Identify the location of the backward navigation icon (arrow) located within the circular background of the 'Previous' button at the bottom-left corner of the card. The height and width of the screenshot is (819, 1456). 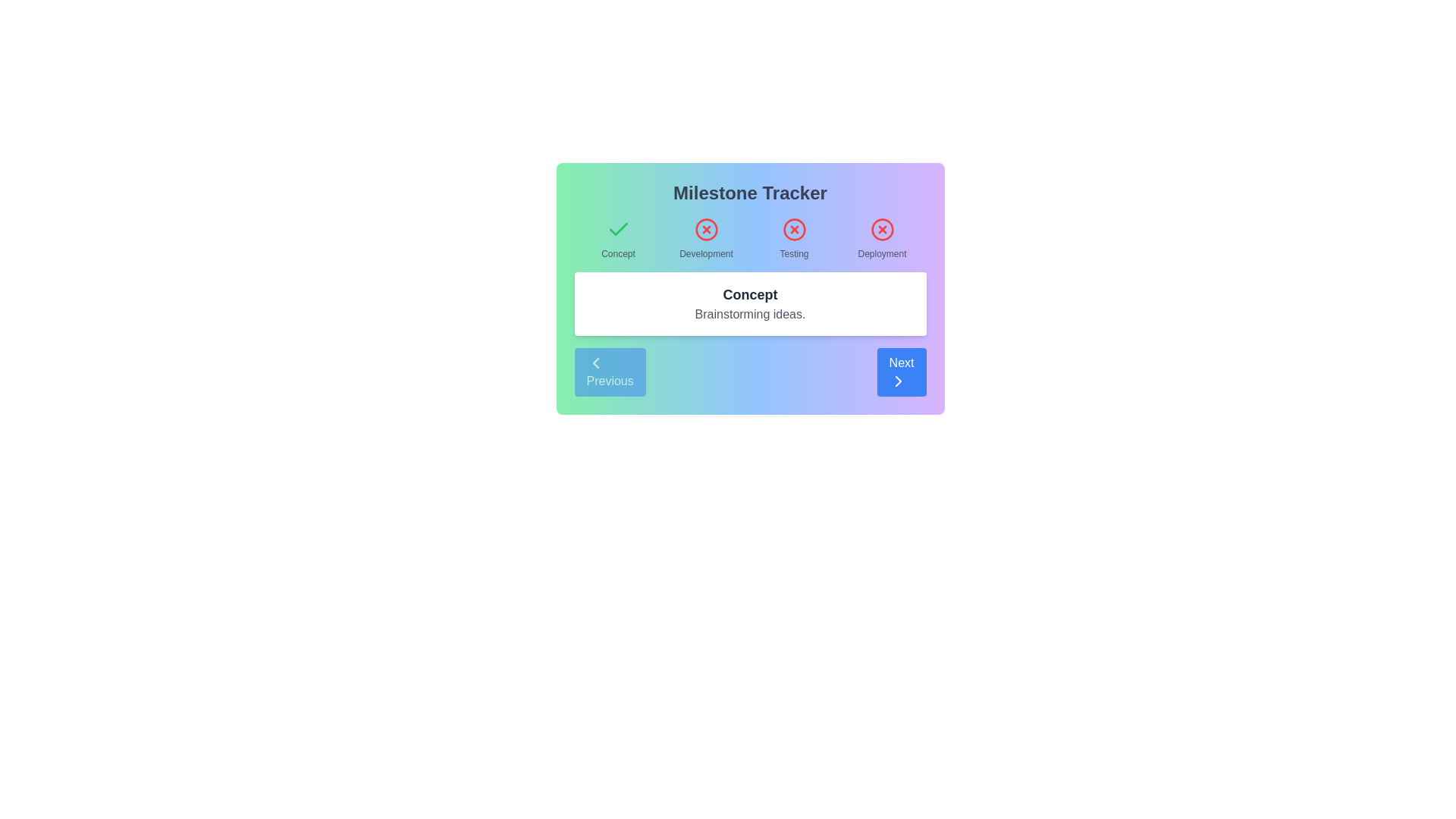
(595, 362).